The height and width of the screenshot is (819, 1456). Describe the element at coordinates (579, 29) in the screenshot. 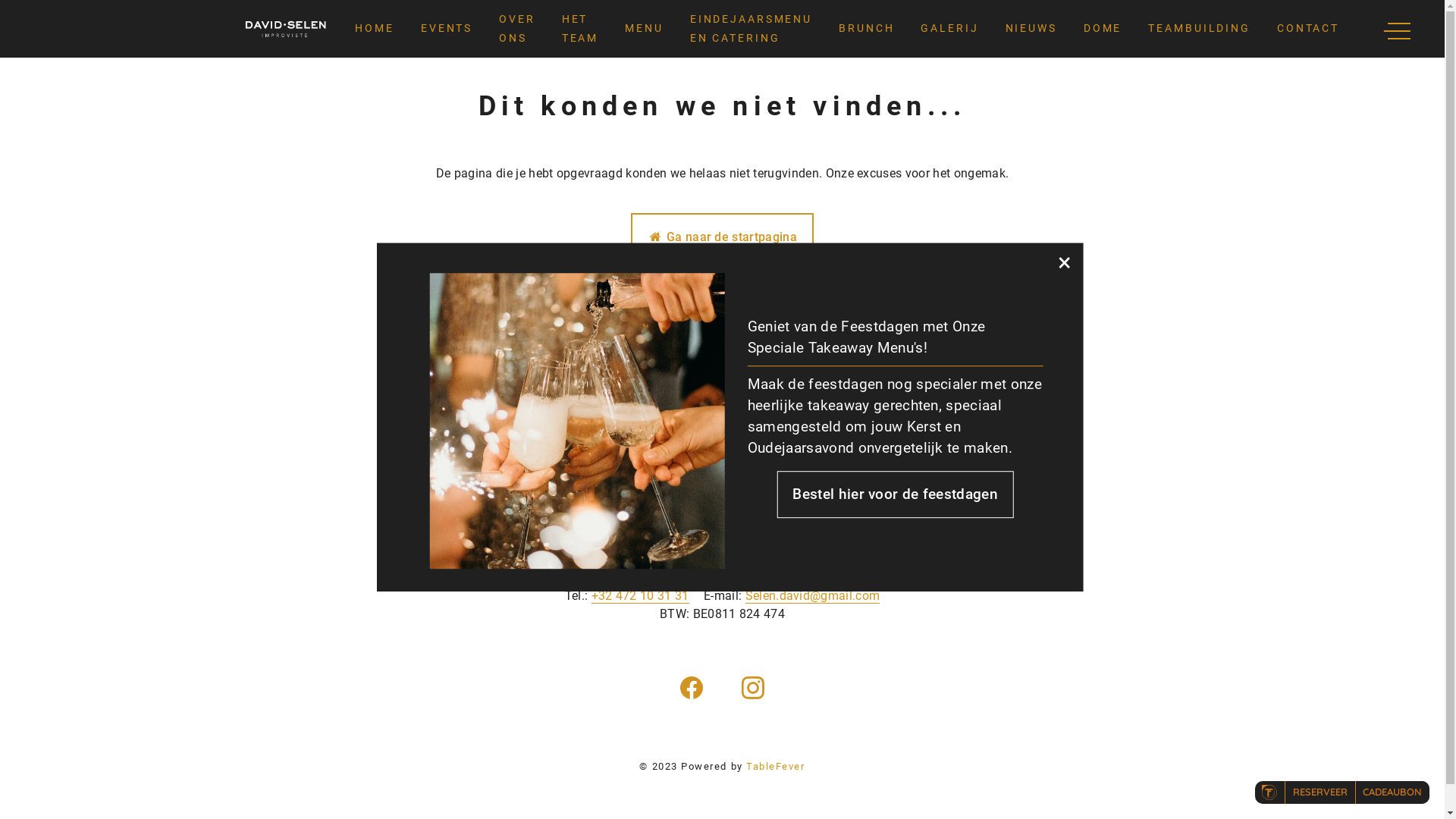

I see `'HET TEAM'` at that location.